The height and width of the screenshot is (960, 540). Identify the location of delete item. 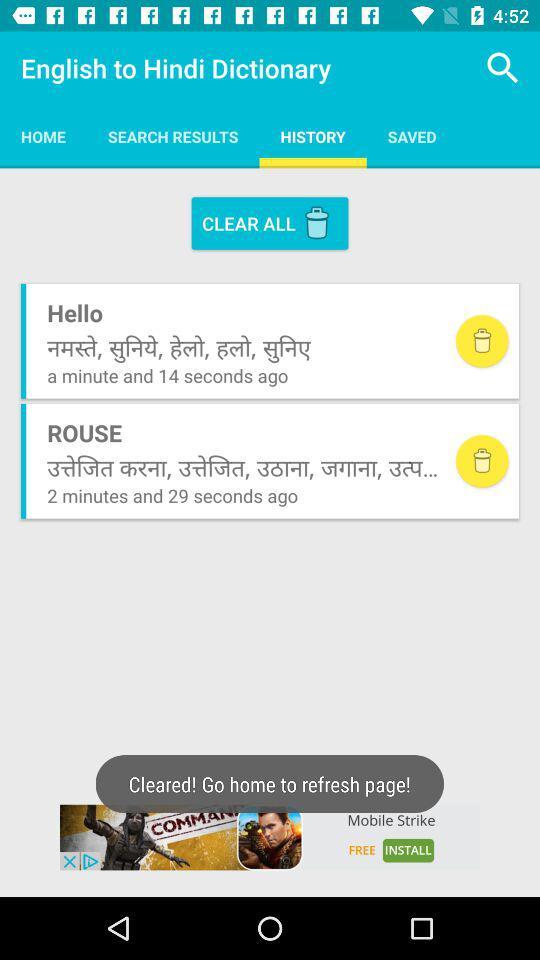
(481, 341).